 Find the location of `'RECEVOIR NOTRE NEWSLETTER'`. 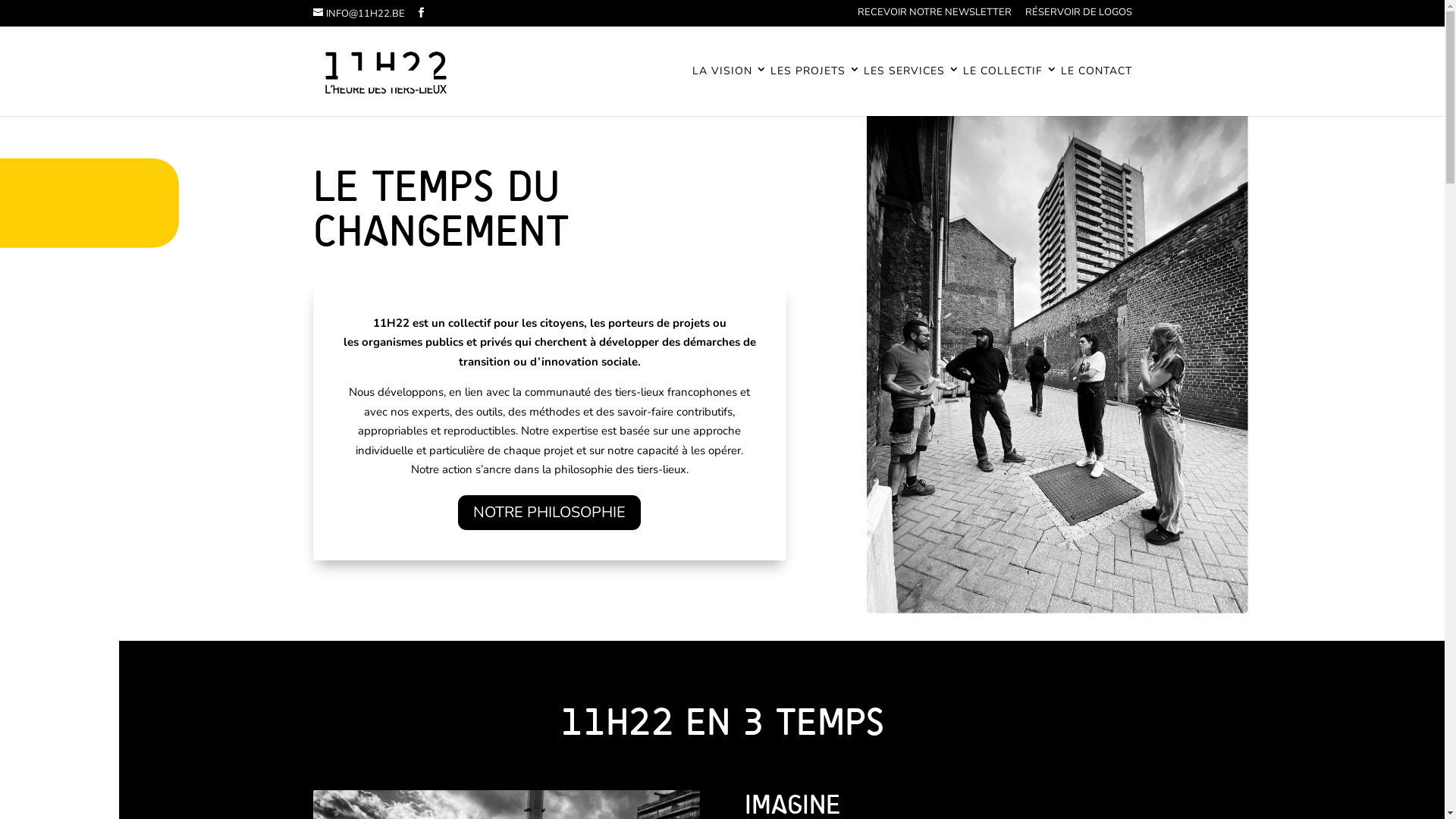

'RECEVOIR NOTRE NEWSLETTER' is located at coordinates (933, 16).